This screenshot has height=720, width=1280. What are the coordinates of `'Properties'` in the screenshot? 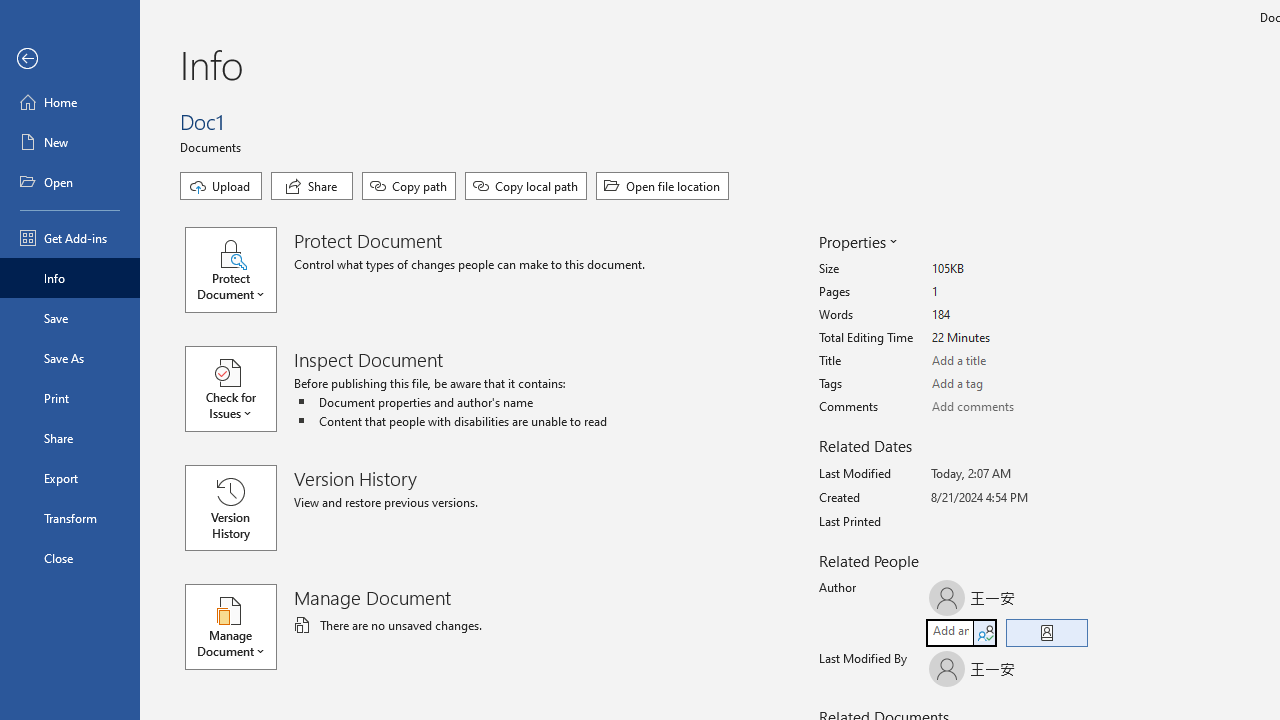 It's located at (856, 240).